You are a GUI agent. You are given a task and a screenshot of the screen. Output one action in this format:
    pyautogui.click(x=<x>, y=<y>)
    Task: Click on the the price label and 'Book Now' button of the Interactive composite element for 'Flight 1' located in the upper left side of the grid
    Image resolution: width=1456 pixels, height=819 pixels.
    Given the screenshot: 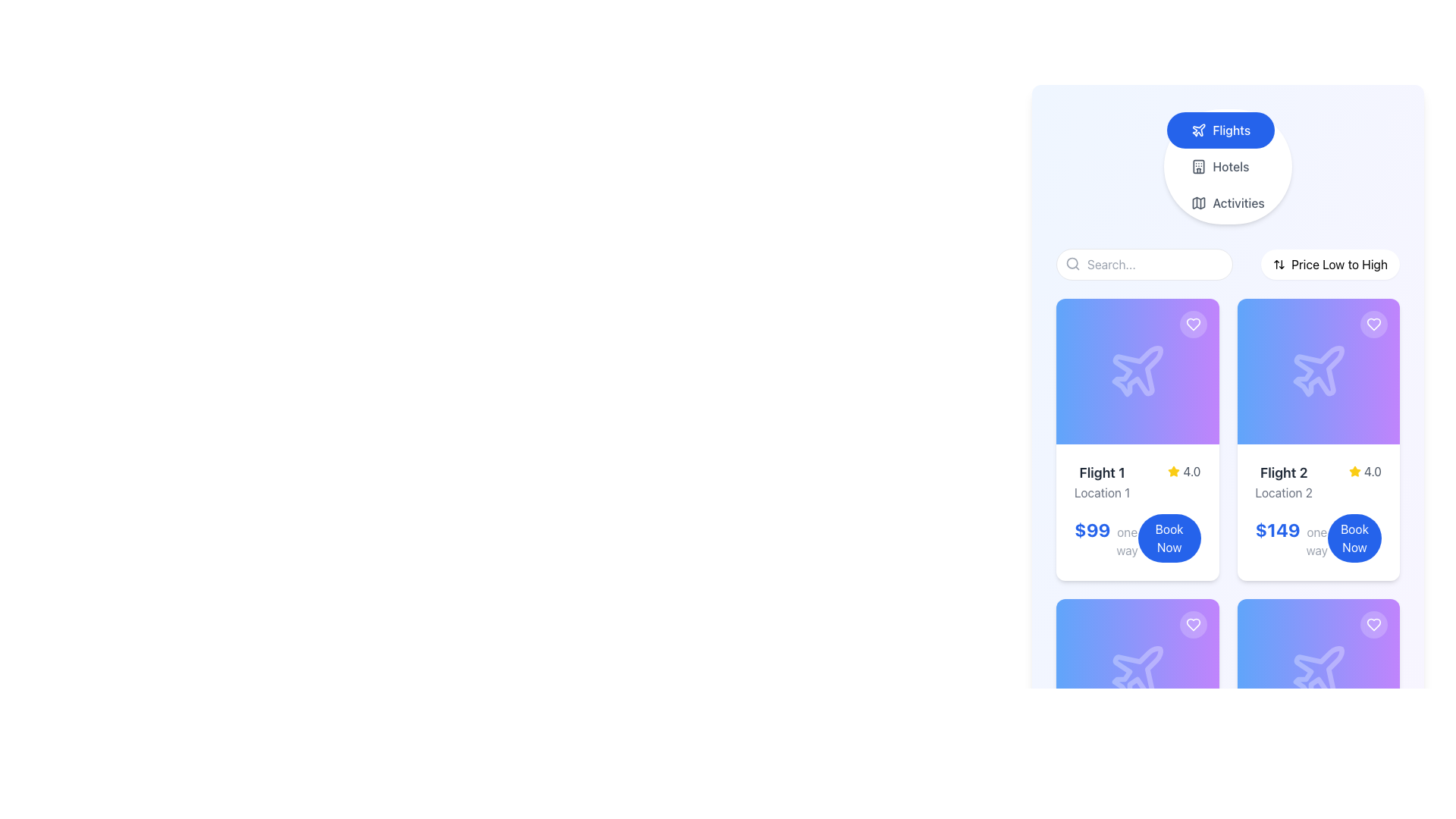 What is the action you would take?
    pyautogui.click(x=1137, y=537)
    